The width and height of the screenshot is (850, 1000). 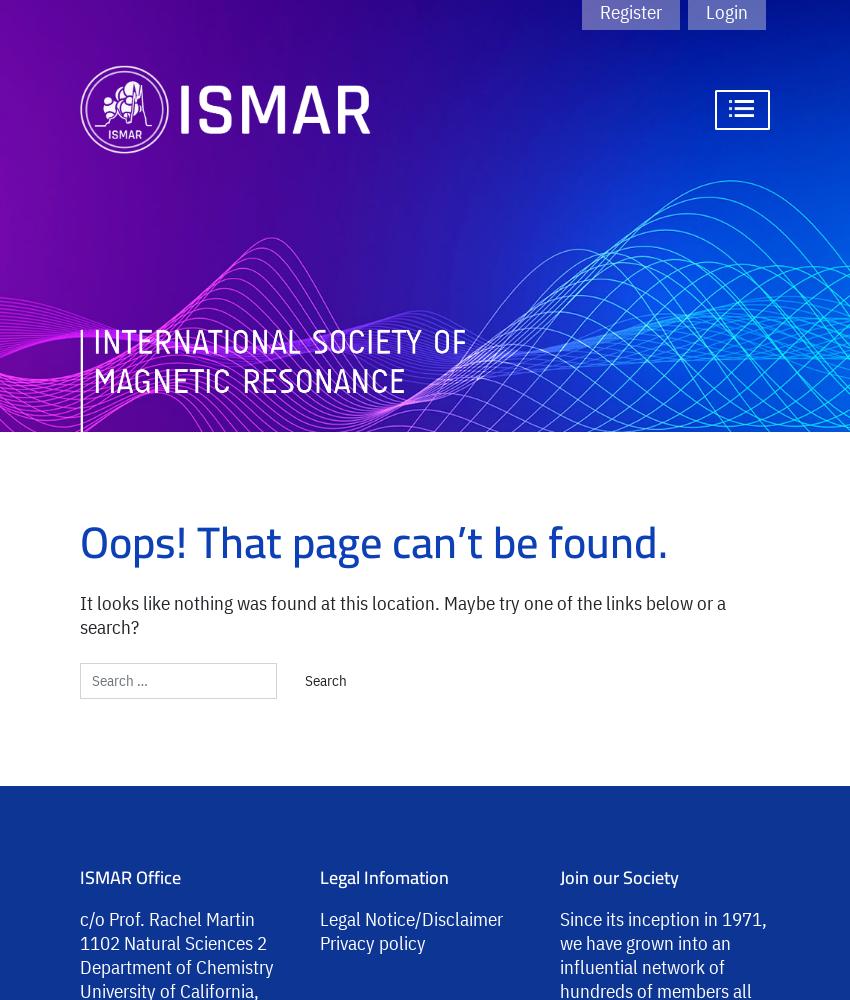 What do you see at coordinates (320, 918) in the screenshot?
I see `'Legal Notice/Disclaimer'` at bounding box center [320, 918].